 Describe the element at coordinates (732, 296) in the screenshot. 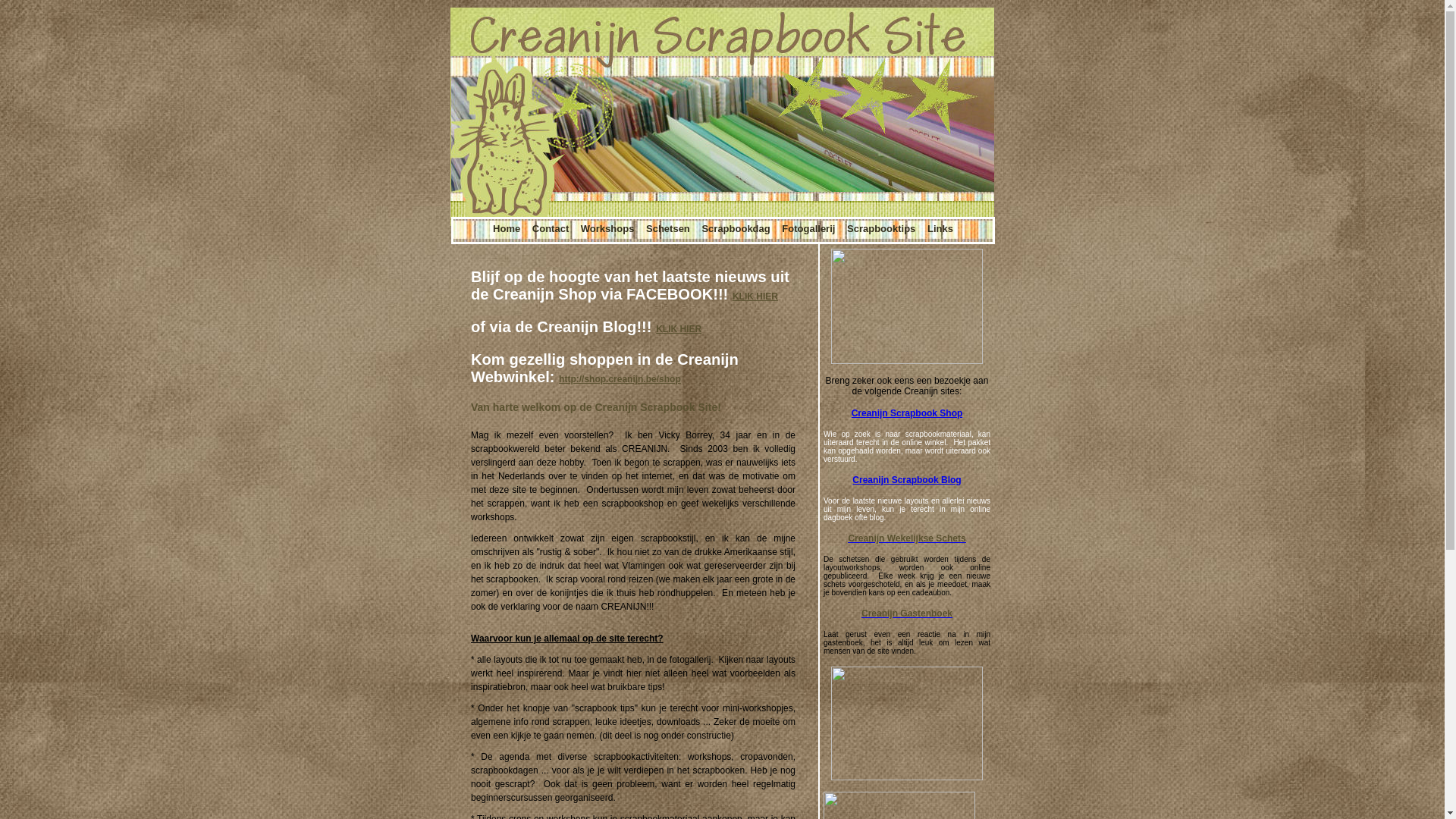

I see `'KLIK HIER'` at that location.